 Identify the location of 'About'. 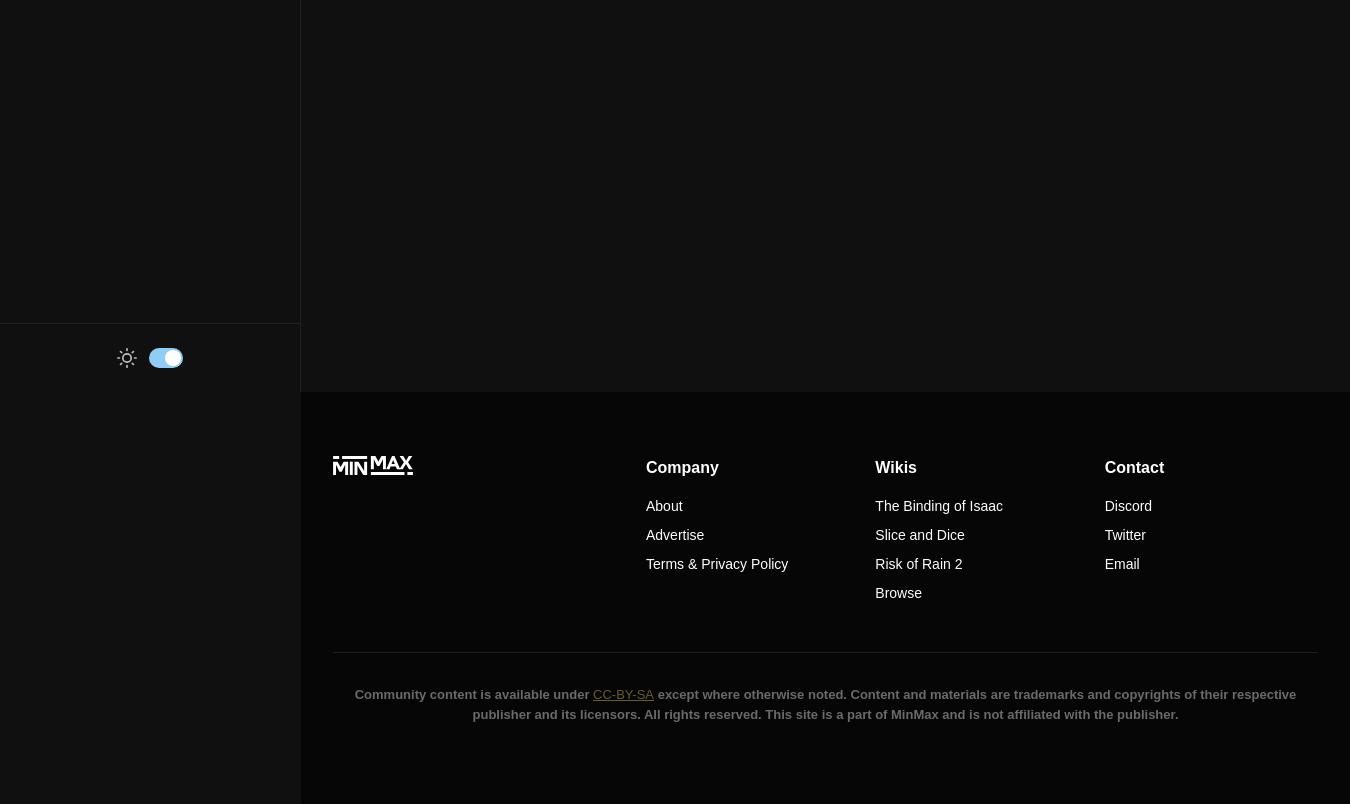
(664, 506).